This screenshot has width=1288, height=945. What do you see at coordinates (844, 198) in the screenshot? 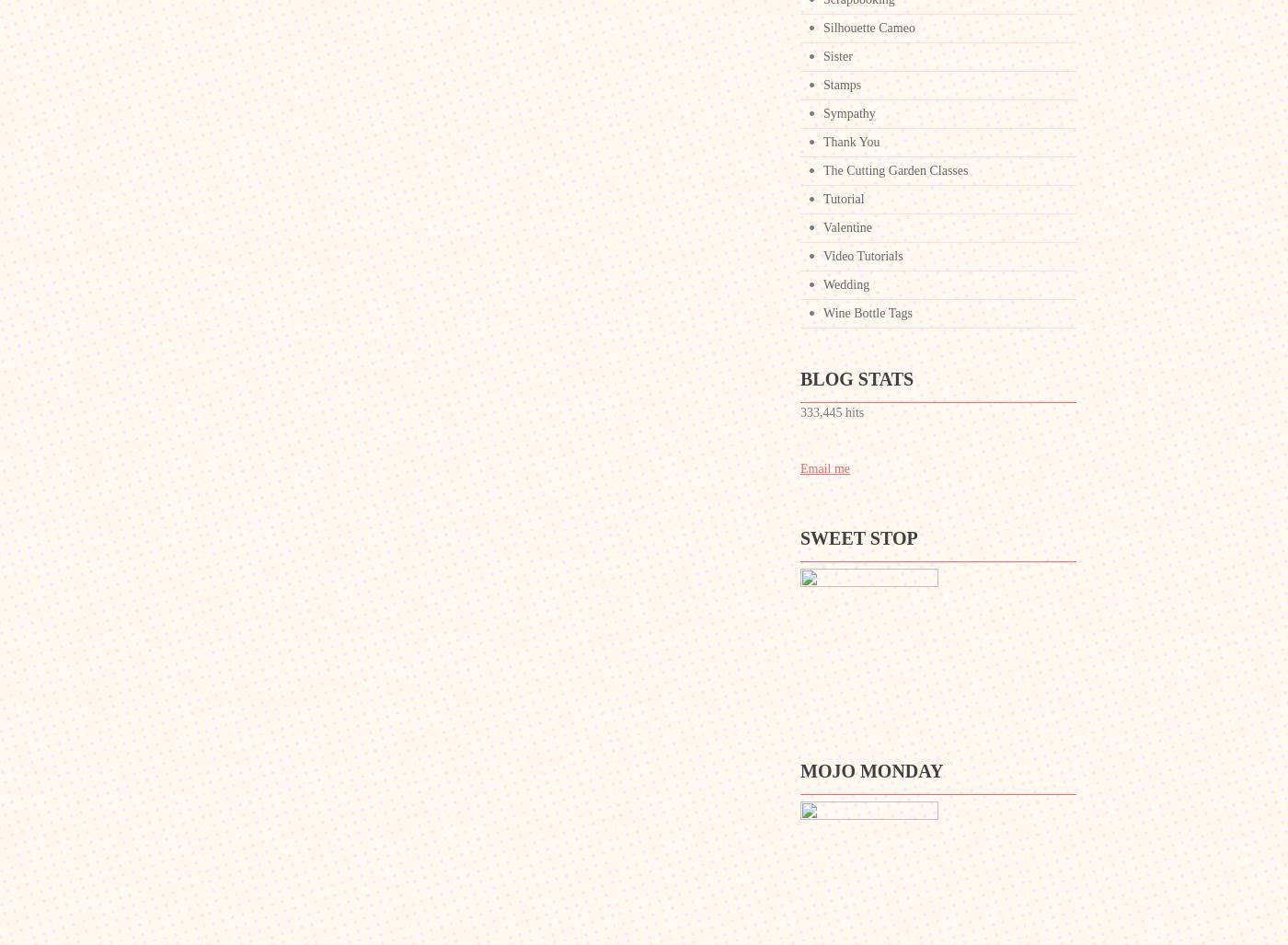
I see `'Tutorial'` at bounding box center [844, 198].